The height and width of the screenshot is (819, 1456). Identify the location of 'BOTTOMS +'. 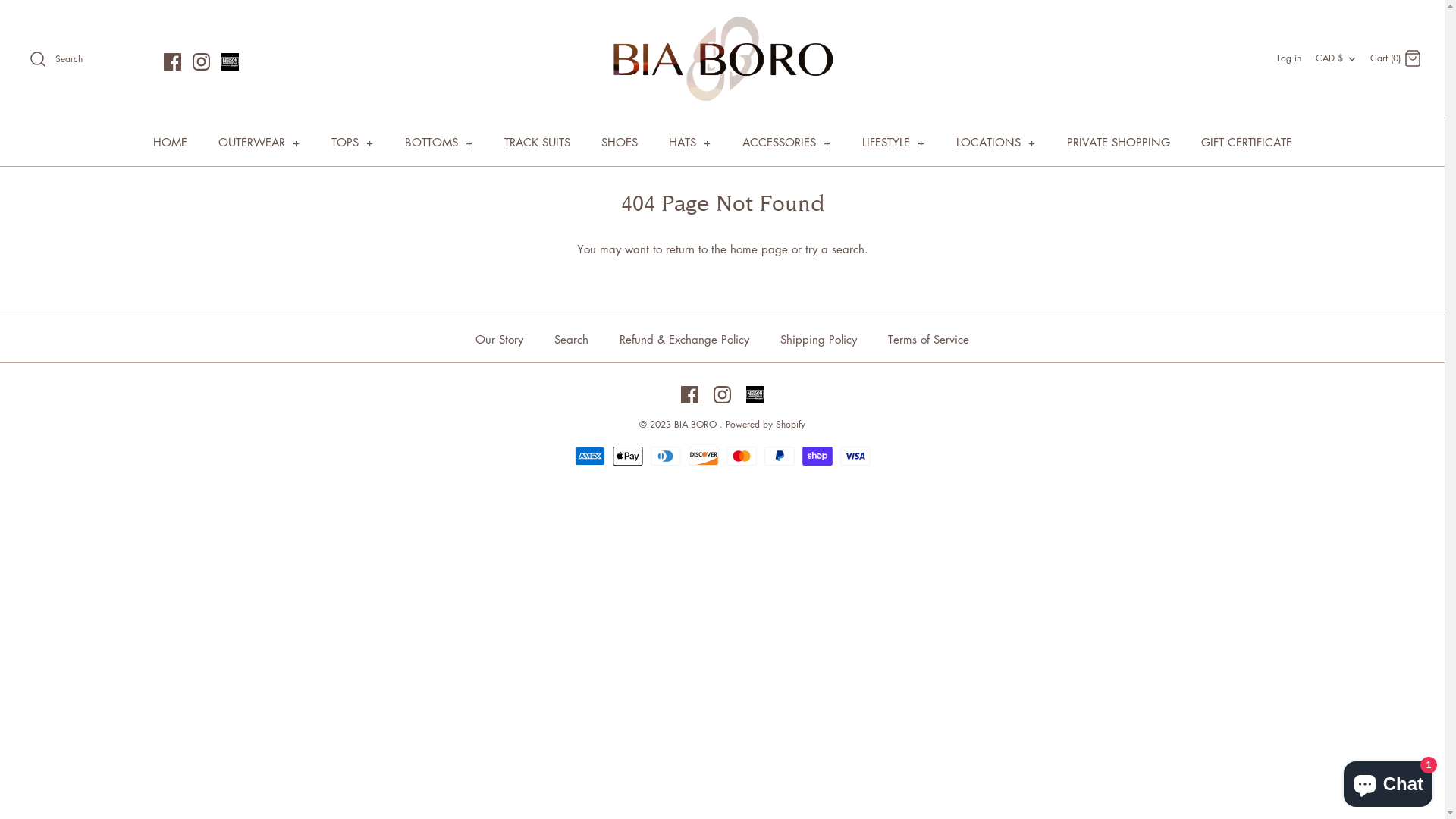
(438, 142).